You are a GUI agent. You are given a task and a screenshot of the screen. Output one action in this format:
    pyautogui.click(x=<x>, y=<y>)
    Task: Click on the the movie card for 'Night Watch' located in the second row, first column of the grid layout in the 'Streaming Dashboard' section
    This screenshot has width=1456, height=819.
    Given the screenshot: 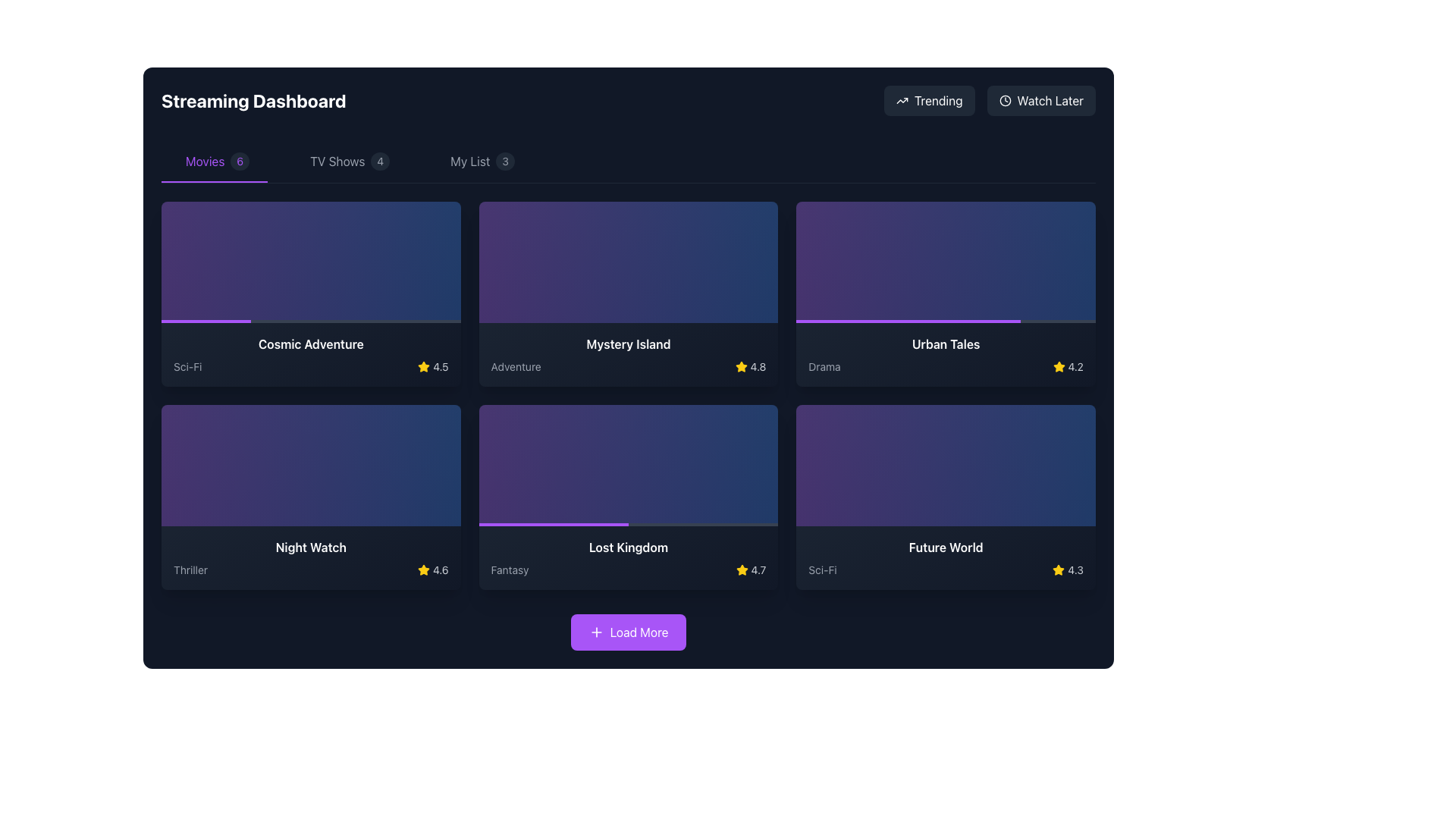 What is the action you would take?
    pyautogui.click(x=310, y=497)
    